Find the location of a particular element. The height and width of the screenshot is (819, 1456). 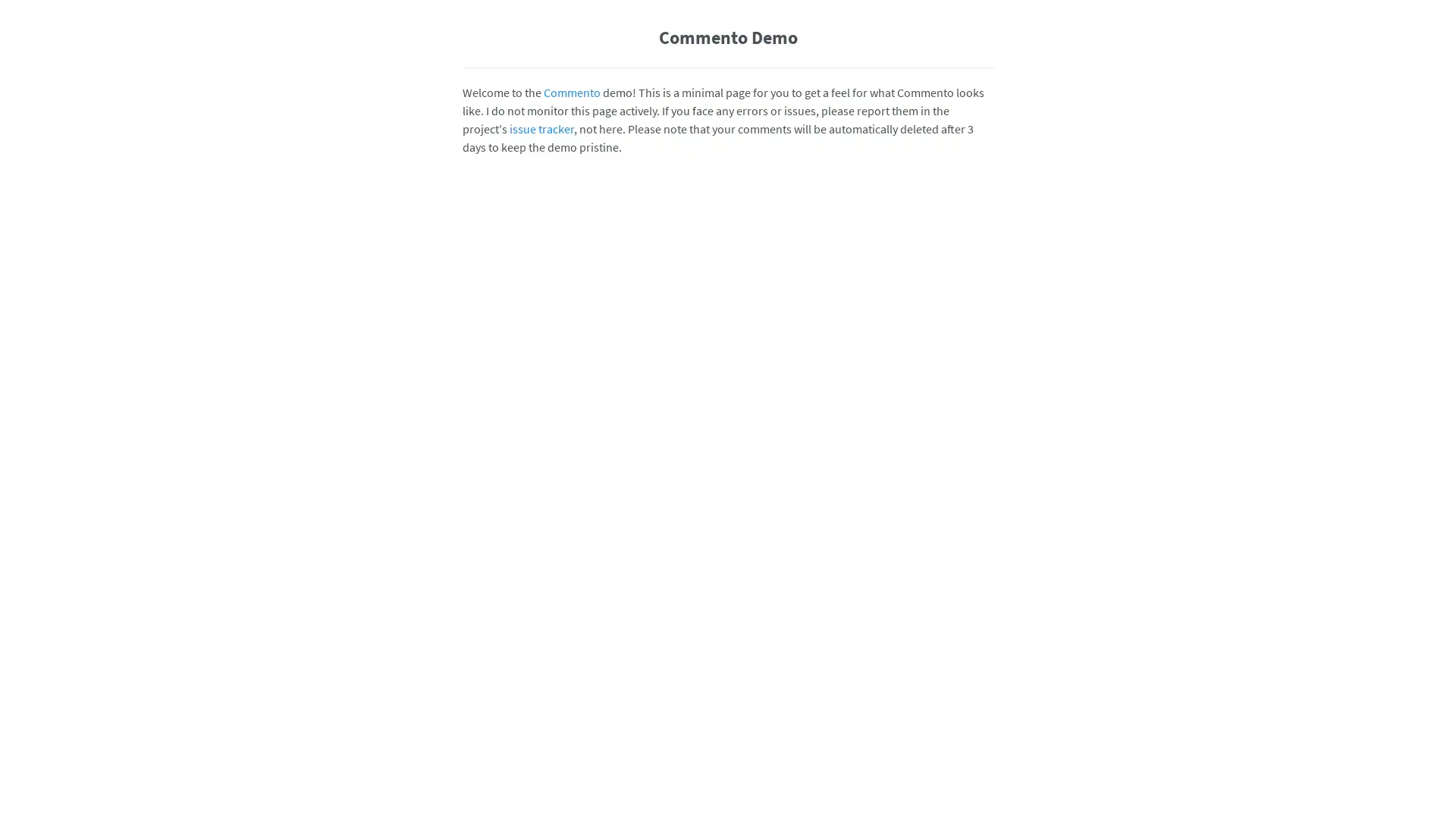

Collapse children is located at coordinates (983, 625).